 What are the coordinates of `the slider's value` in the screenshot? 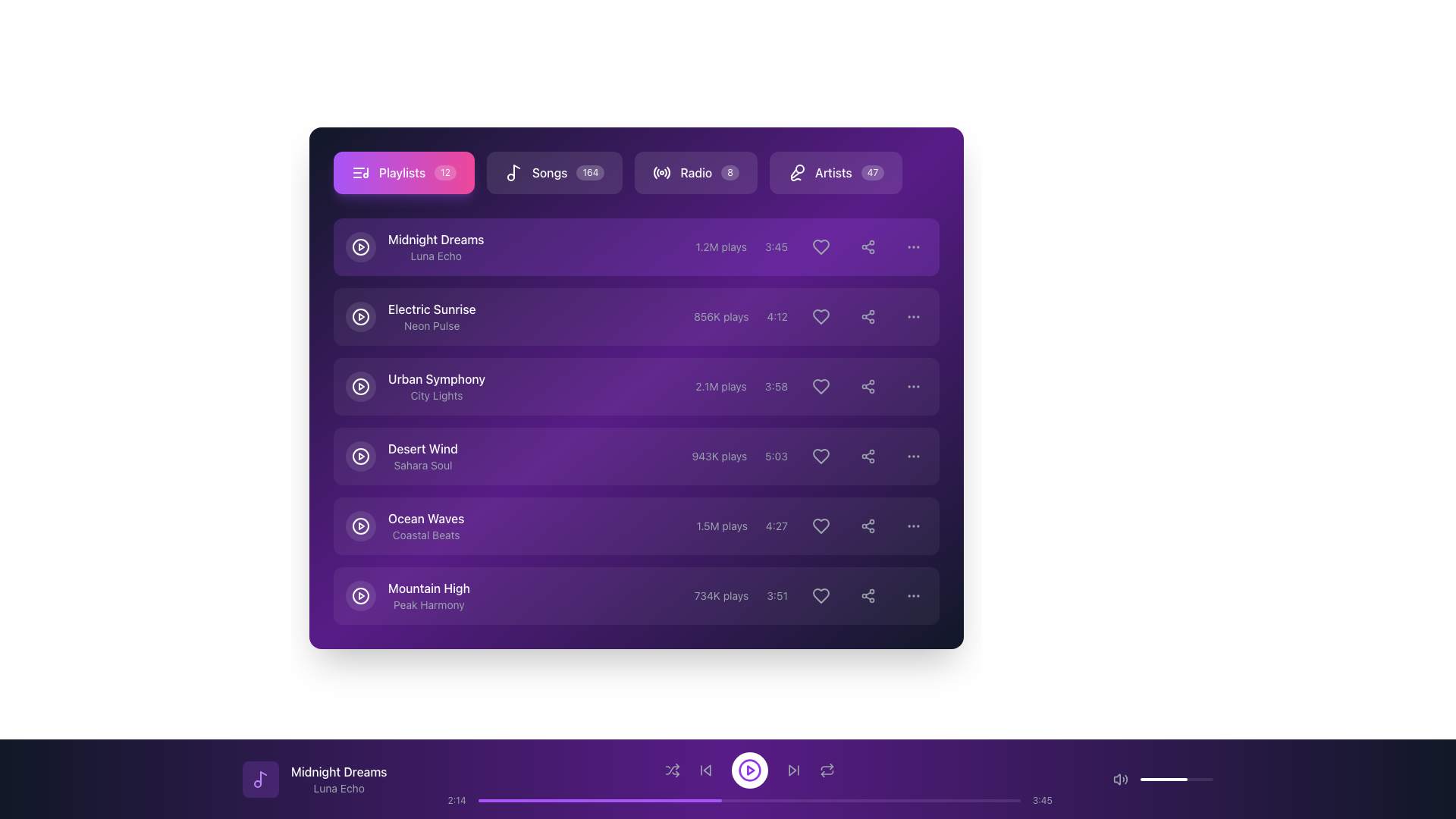 It's located at (1197, 780).